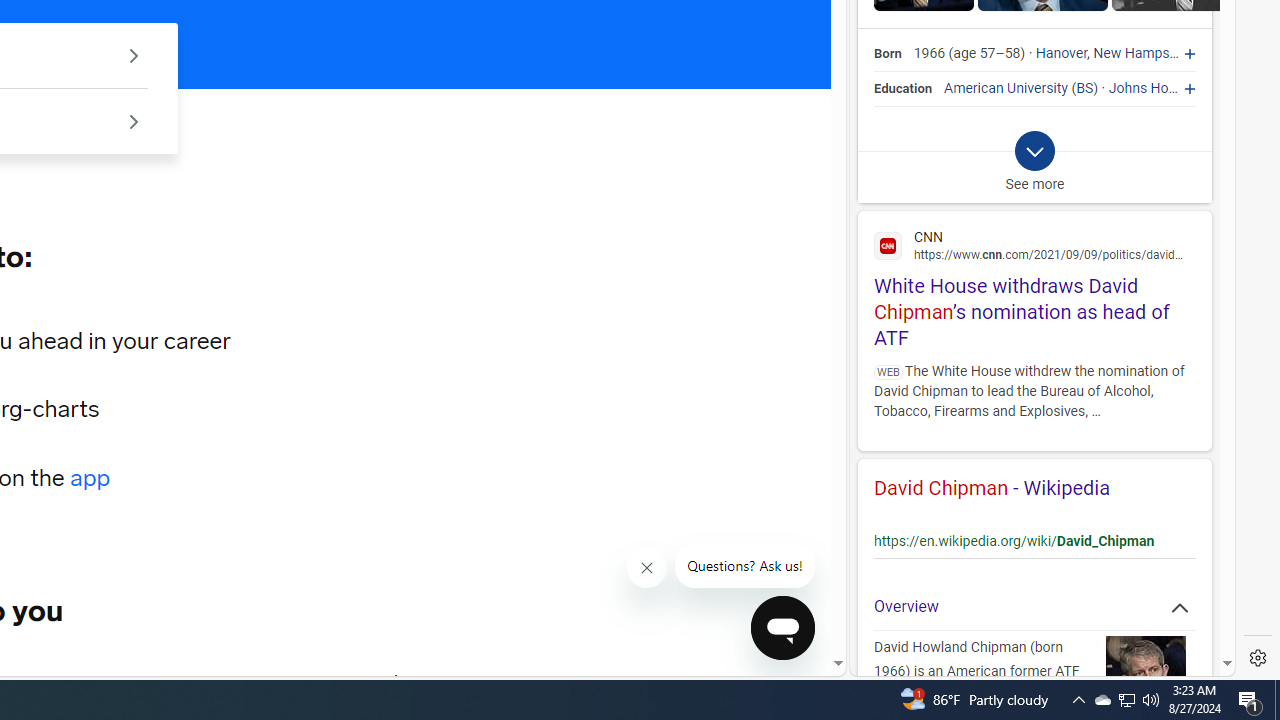  What do you see at coordinates (1060, 53) in the screenshot?
I see `'Hanover'` at bounding box center [1060, 53].